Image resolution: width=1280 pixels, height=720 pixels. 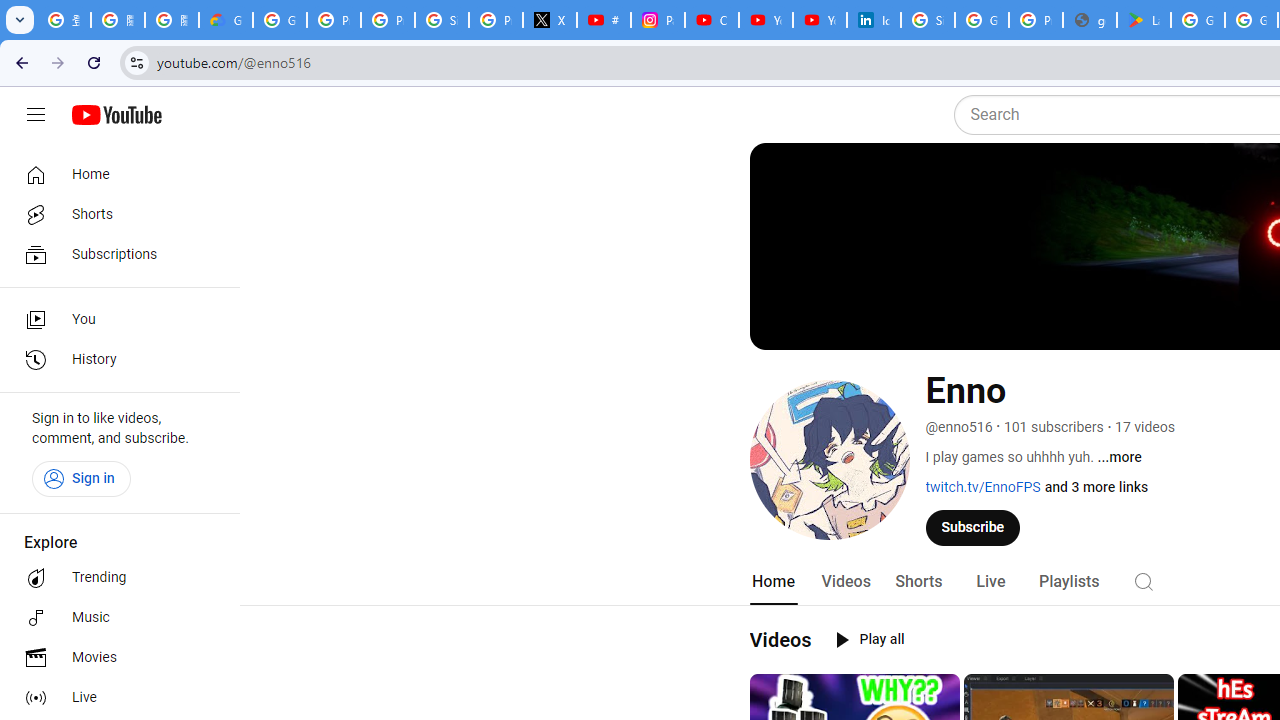 I want to click on 'twitch.tv/EnnoFPS', so click(x=983, y=487).